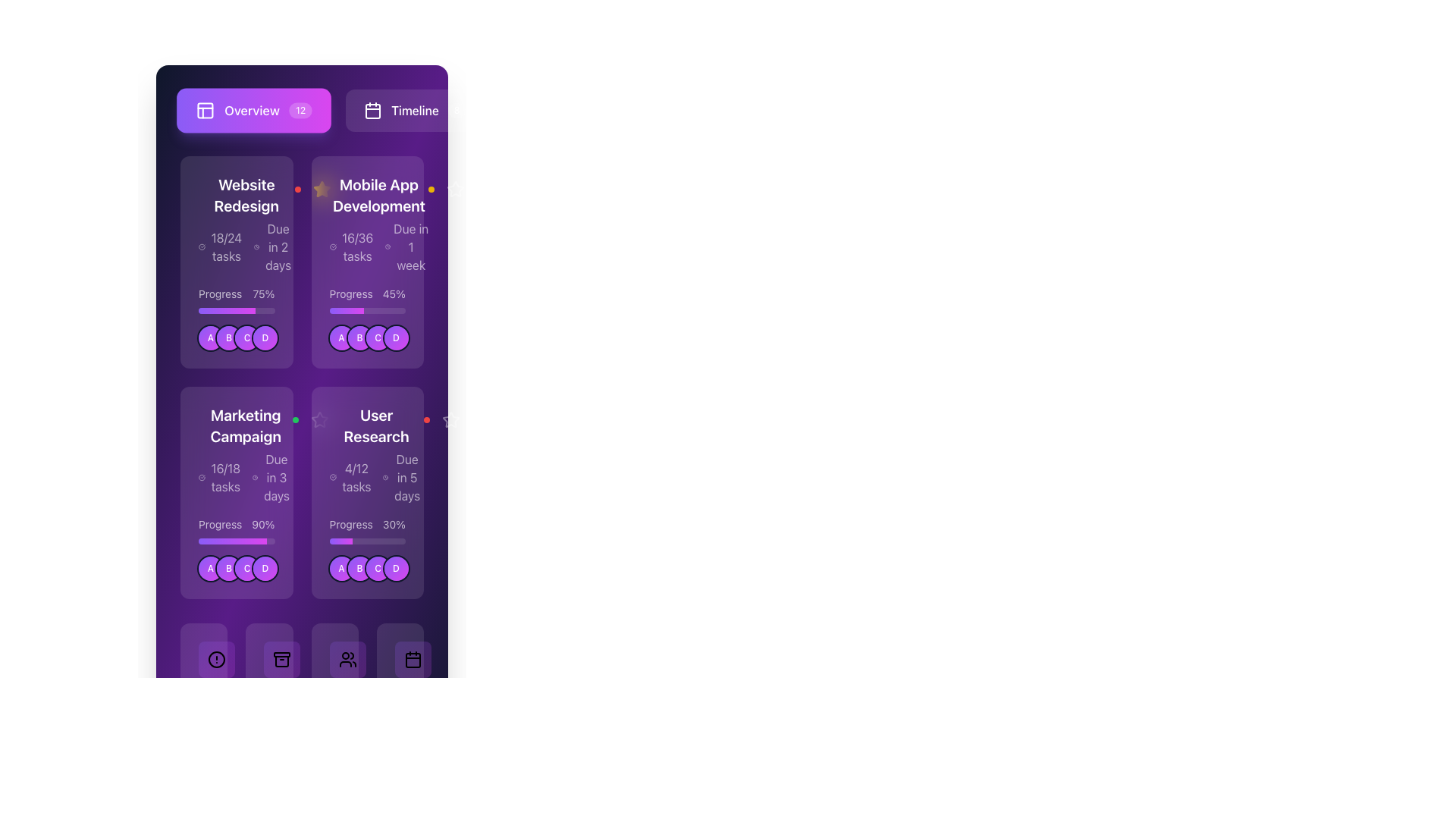 This screenshot has height=819, width=1456. I want to click on the progress percentage text label located in the middle section of the 'Mobile App Development' card, positioned above the progress bar and below the task and due date information, so click(367, 294).